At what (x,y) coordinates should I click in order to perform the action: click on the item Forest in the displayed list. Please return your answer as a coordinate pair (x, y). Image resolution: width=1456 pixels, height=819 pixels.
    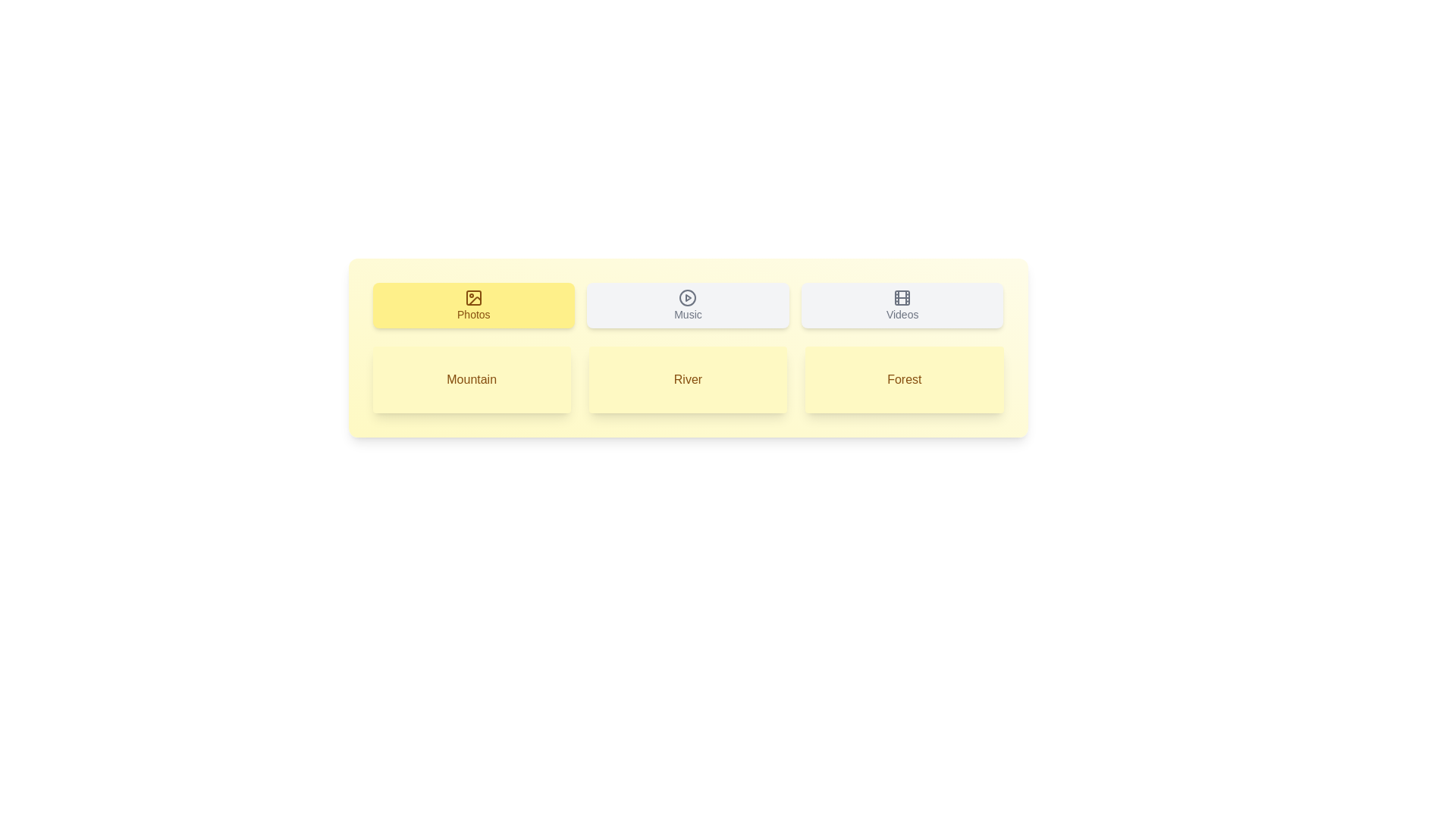
    Looking at the image, I should click on (905, 379).